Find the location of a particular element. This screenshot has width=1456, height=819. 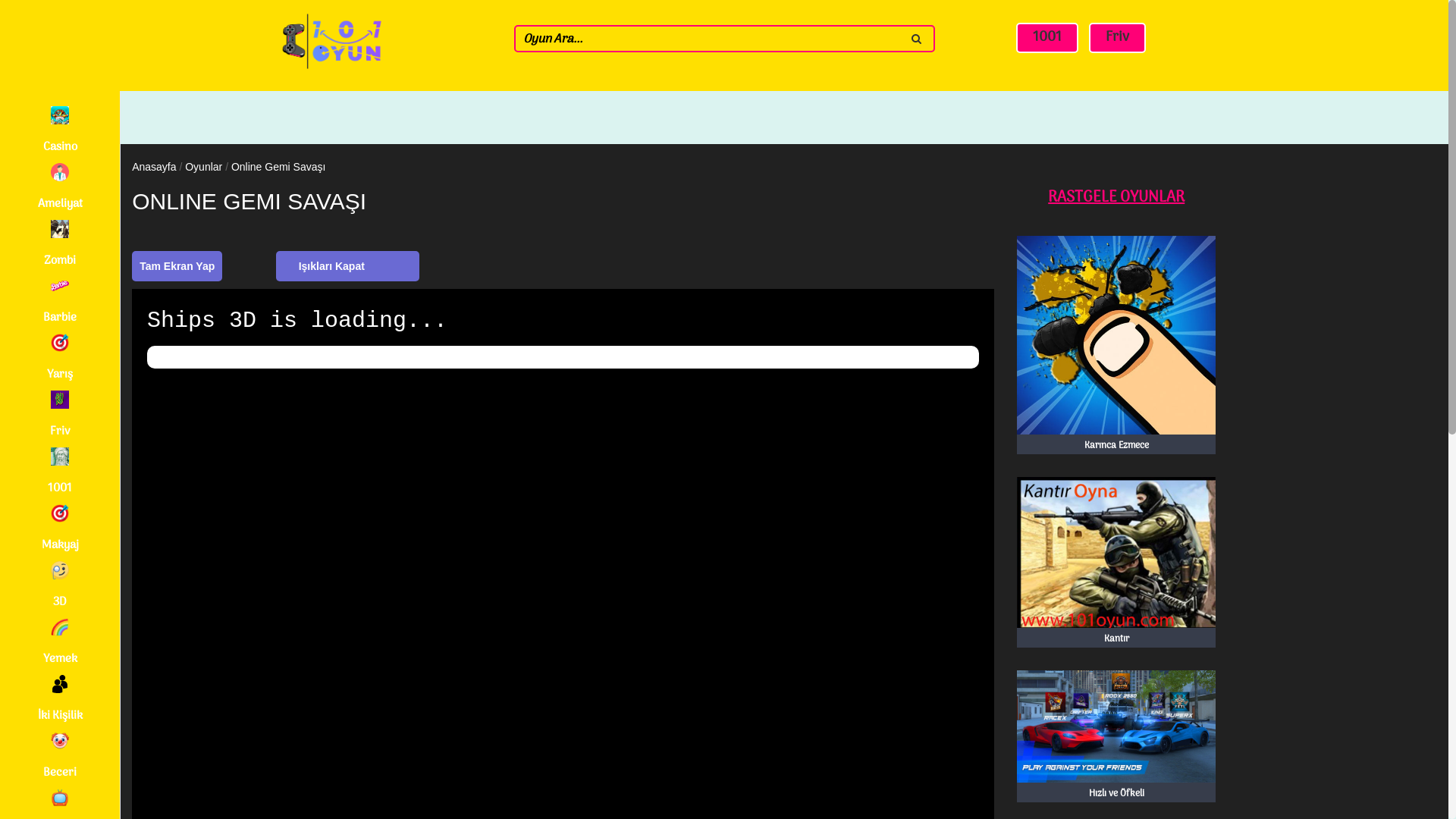

'Anasayfa' is located at coordinates (153, 166).